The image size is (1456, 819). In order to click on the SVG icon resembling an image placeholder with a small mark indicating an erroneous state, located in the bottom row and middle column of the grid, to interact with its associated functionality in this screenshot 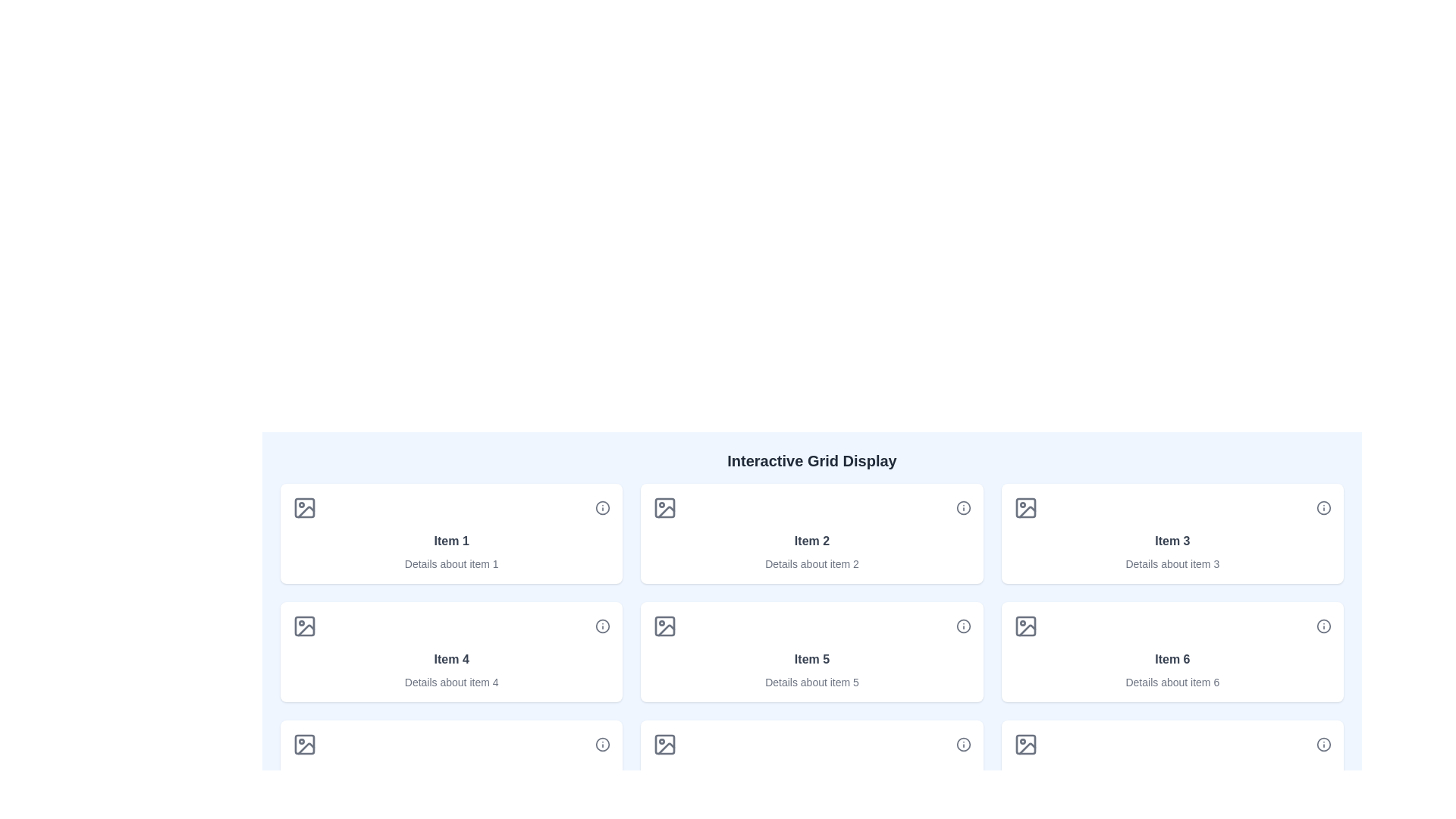, I will do `click(667, 748)`.